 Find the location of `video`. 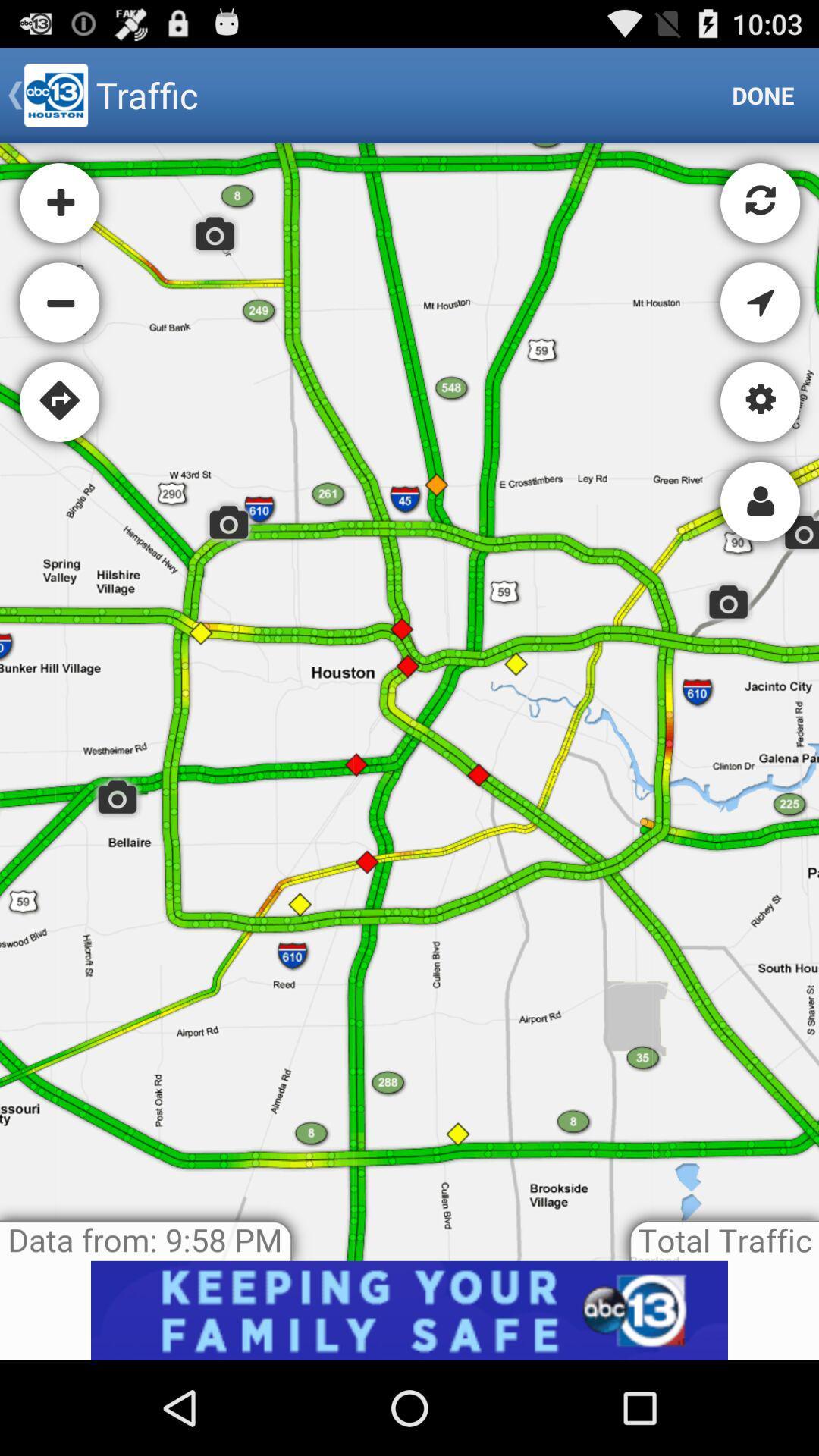

video is located at coordinates (409, 1310).